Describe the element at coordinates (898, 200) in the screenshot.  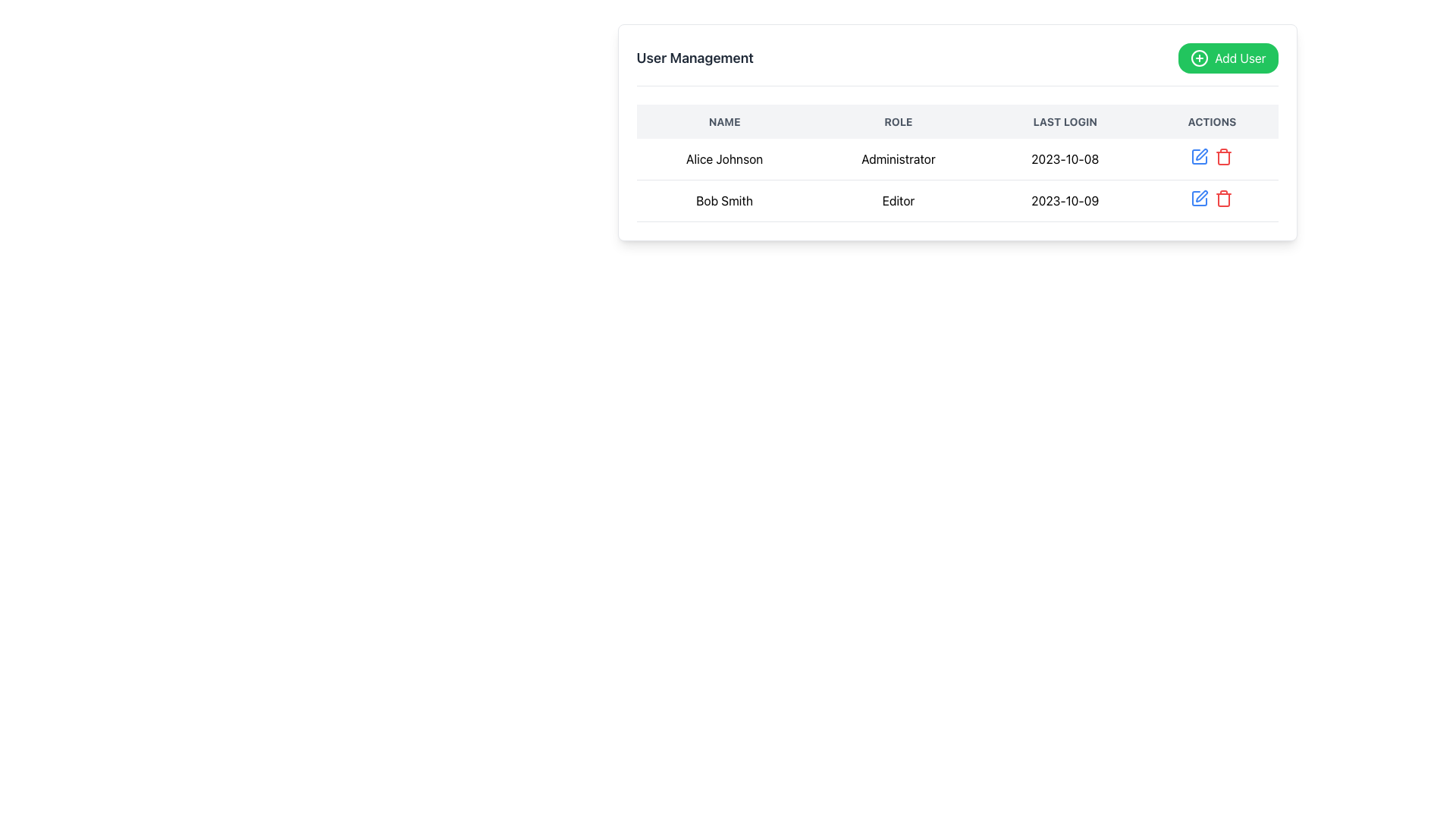
I see `the text label displaying 'Editor' located in the second row under the 'Role' column of the table` at that location.